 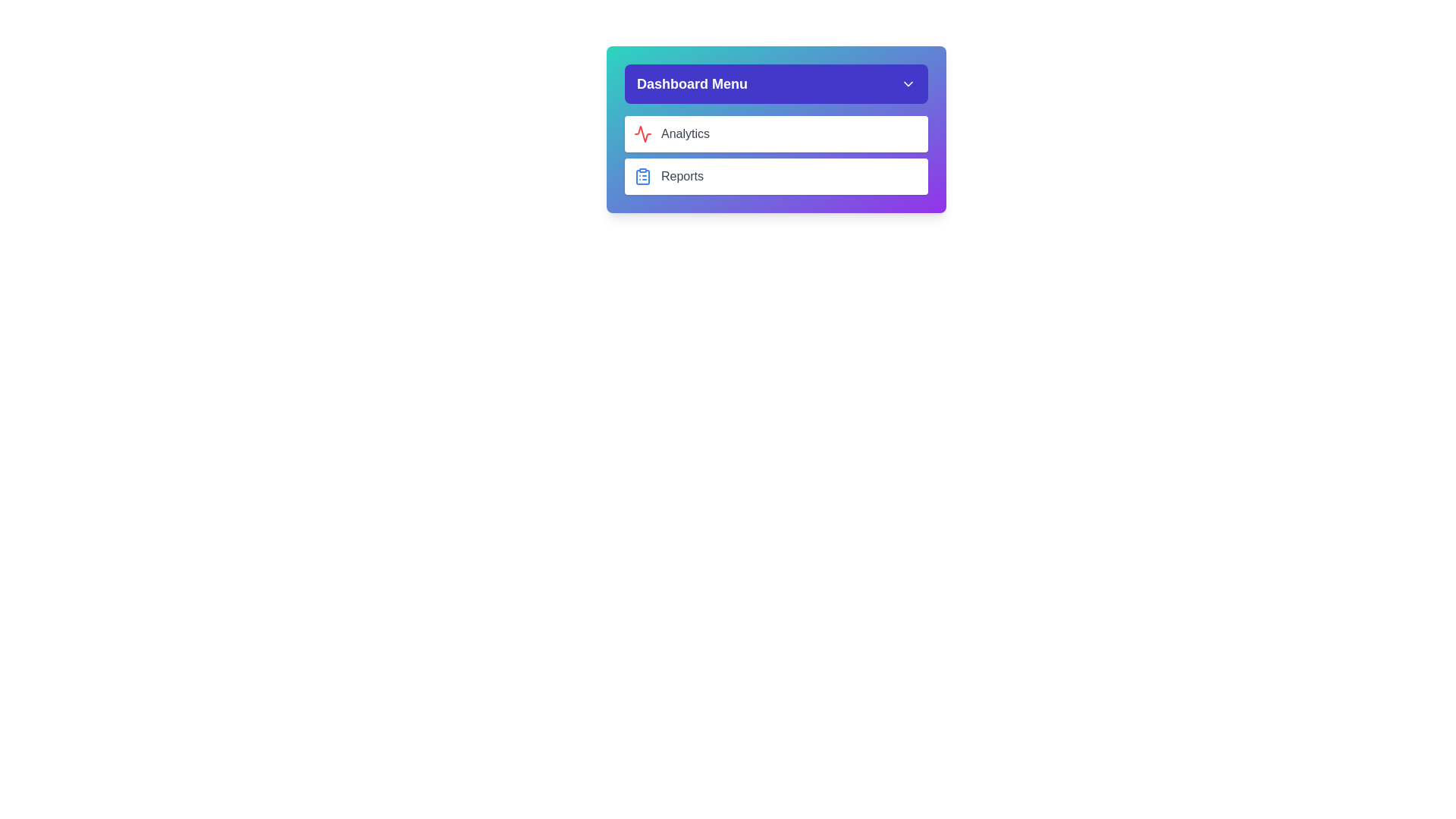 I want to click on text content of the Text label located to the right of the red waveform icon in the Dashboard Menu section, so click(x=684, y=133).